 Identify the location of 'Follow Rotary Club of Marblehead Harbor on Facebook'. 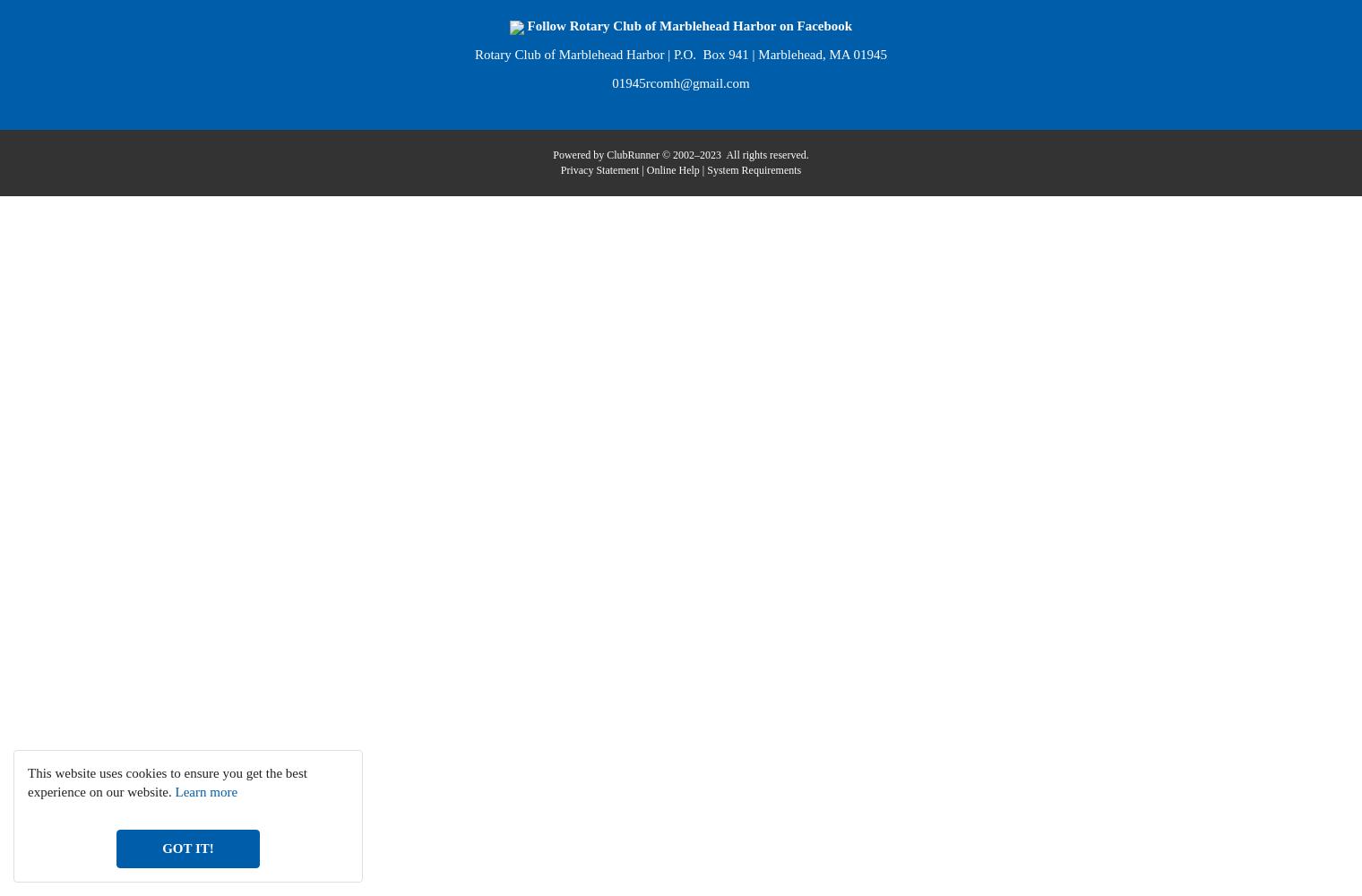
(688, 26).